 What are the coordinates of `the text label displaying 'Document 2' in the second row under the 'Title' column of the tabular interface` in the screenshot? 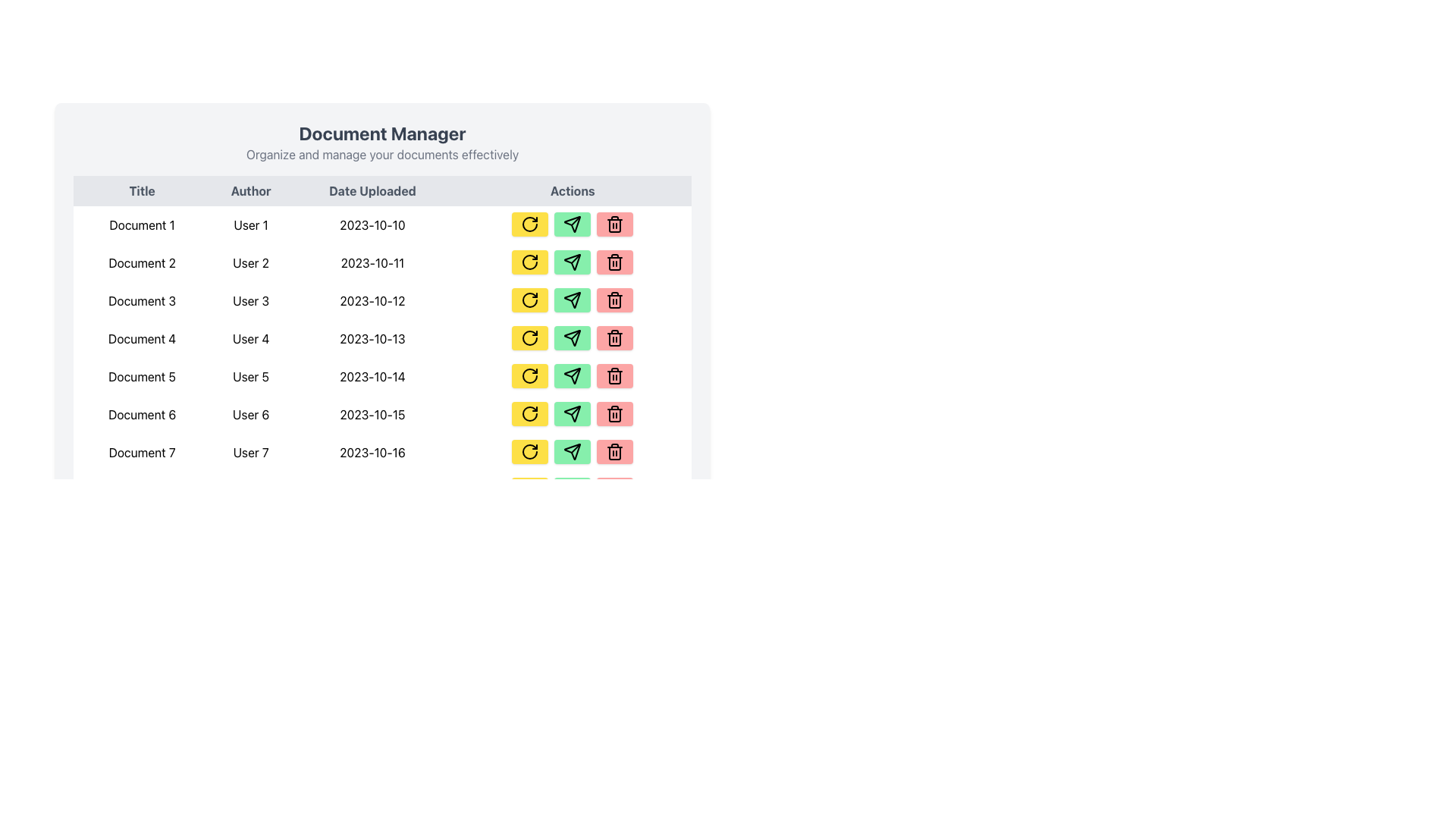 It's located at (142, 262).